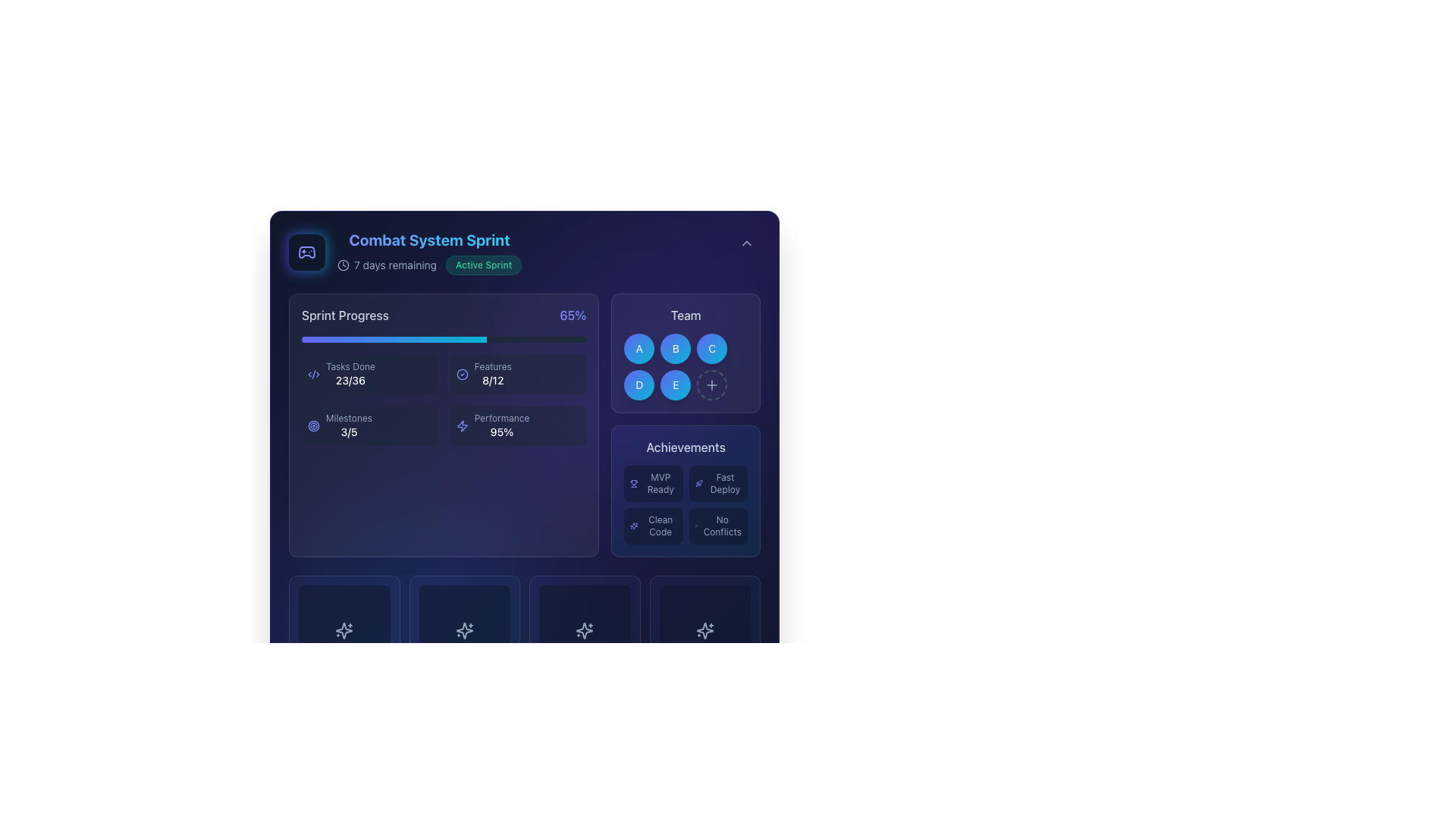 The height and width of the screenshot is (819, 1456). What do you see at coordinates (721, 526) in the screenshot?
I see `the informational text label indicating the absence of conflicts located in the bottom-right corner of the 'Achievements' section, below 'Fast Deploy' and to the right of 'Clean Code' to trigger its hover state` at bounding box center [721, 526].